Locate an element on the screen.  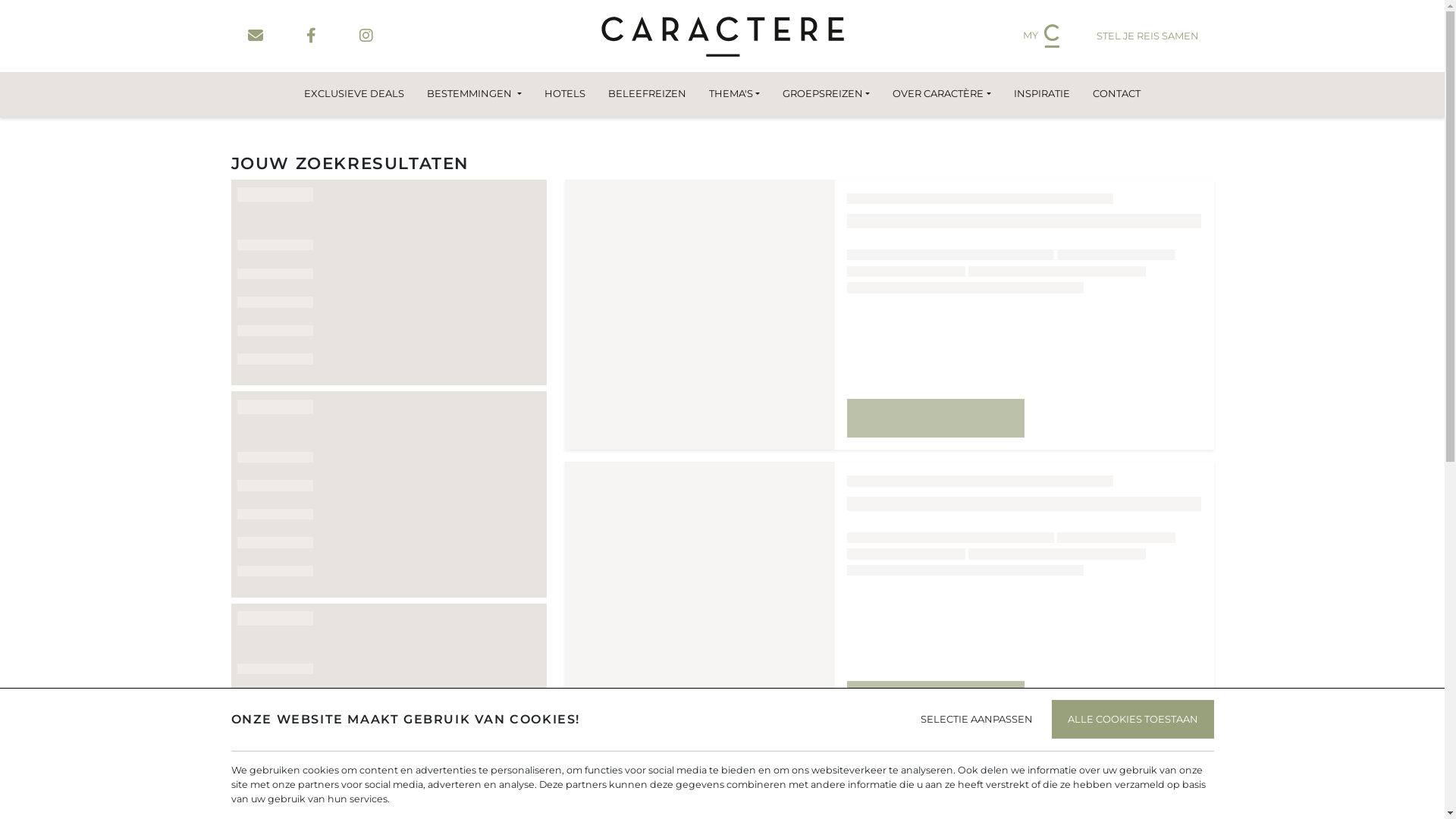
'INSPIRATIE' is located at coordinates (1002, 93).